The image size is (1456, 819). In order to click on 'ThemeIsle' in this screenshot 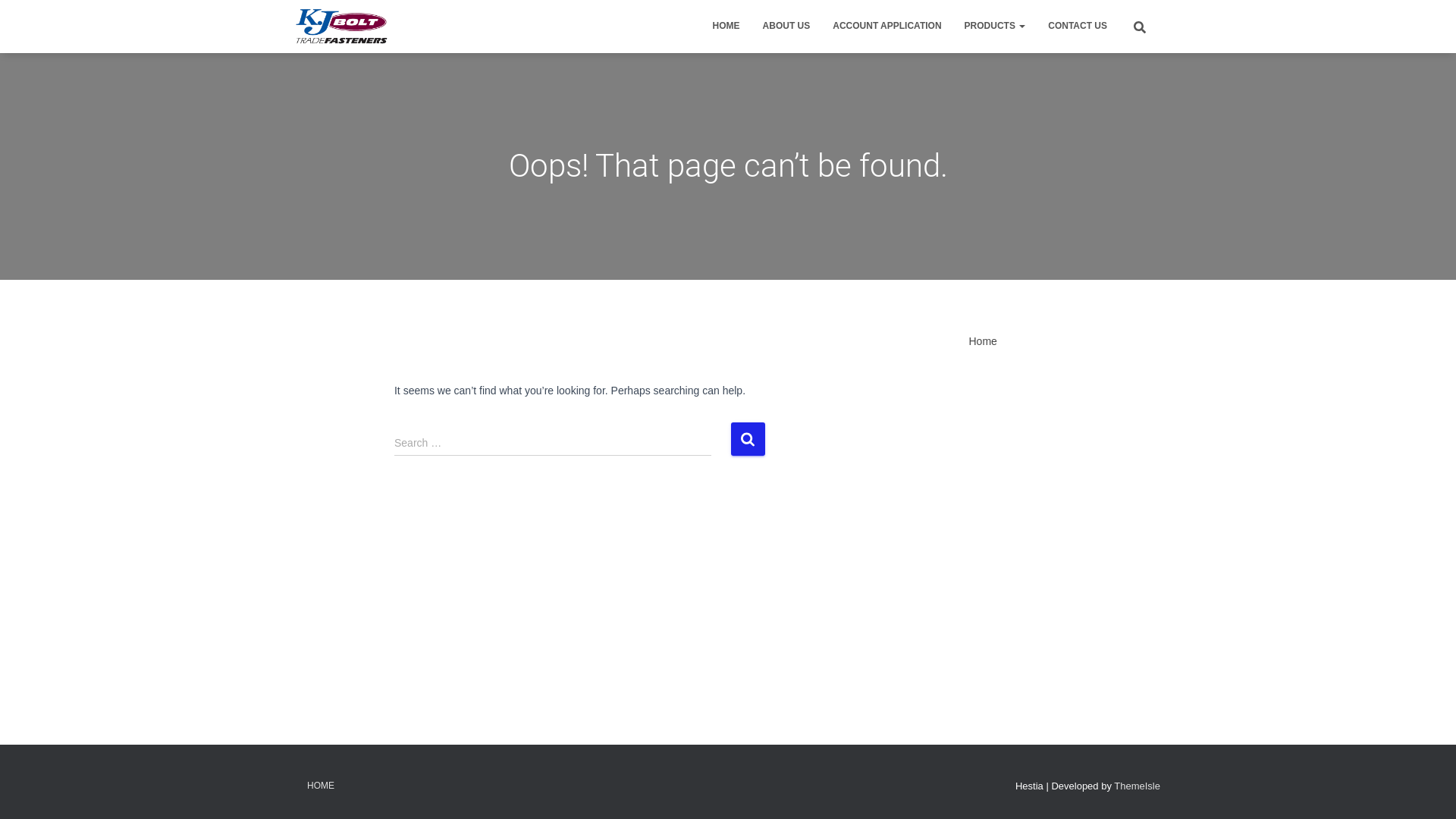, I will do `click(1137, 785)`.